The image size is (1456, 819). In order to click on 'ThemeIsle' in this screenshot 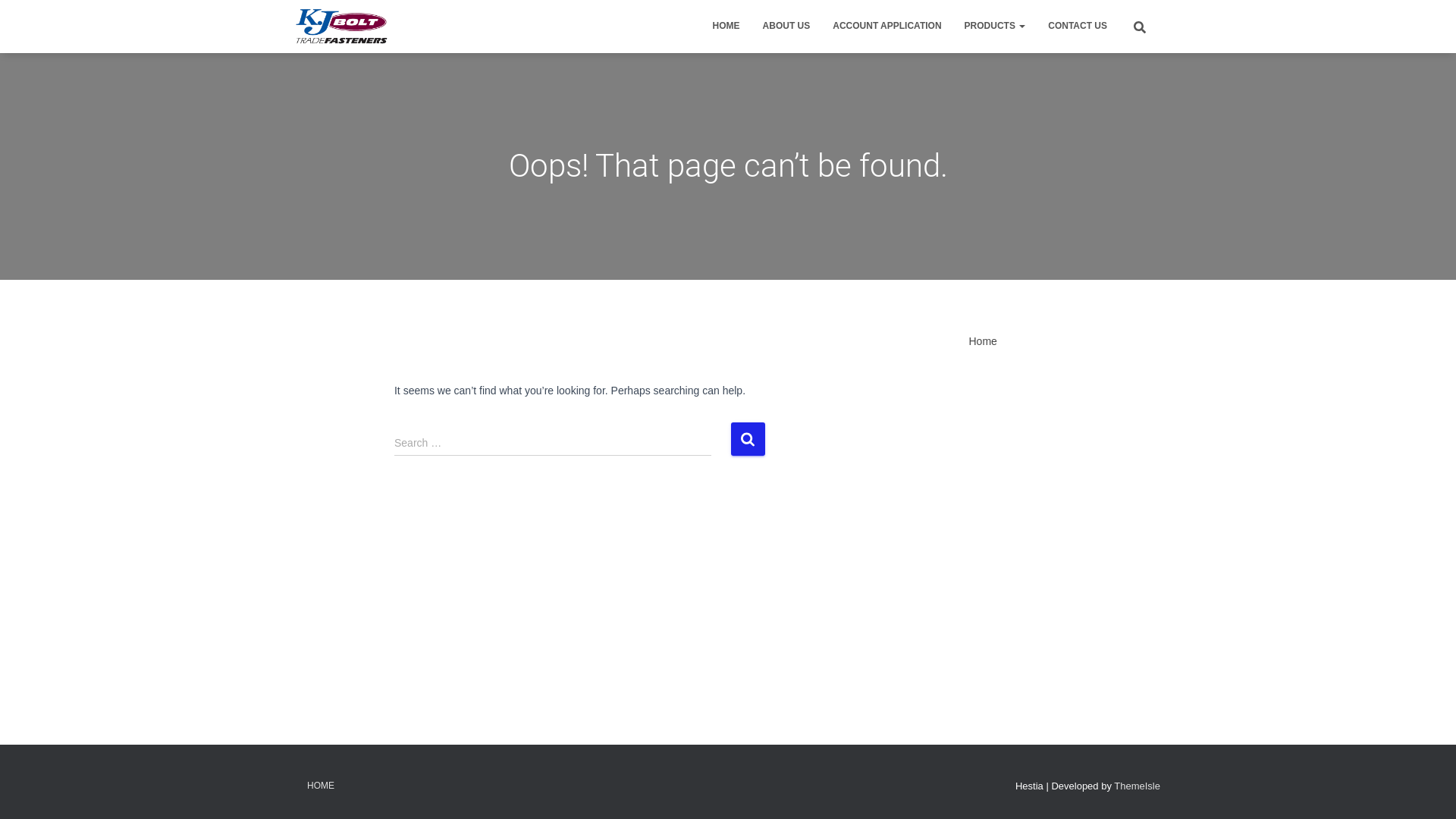, I will do `click(1137, 785)`.